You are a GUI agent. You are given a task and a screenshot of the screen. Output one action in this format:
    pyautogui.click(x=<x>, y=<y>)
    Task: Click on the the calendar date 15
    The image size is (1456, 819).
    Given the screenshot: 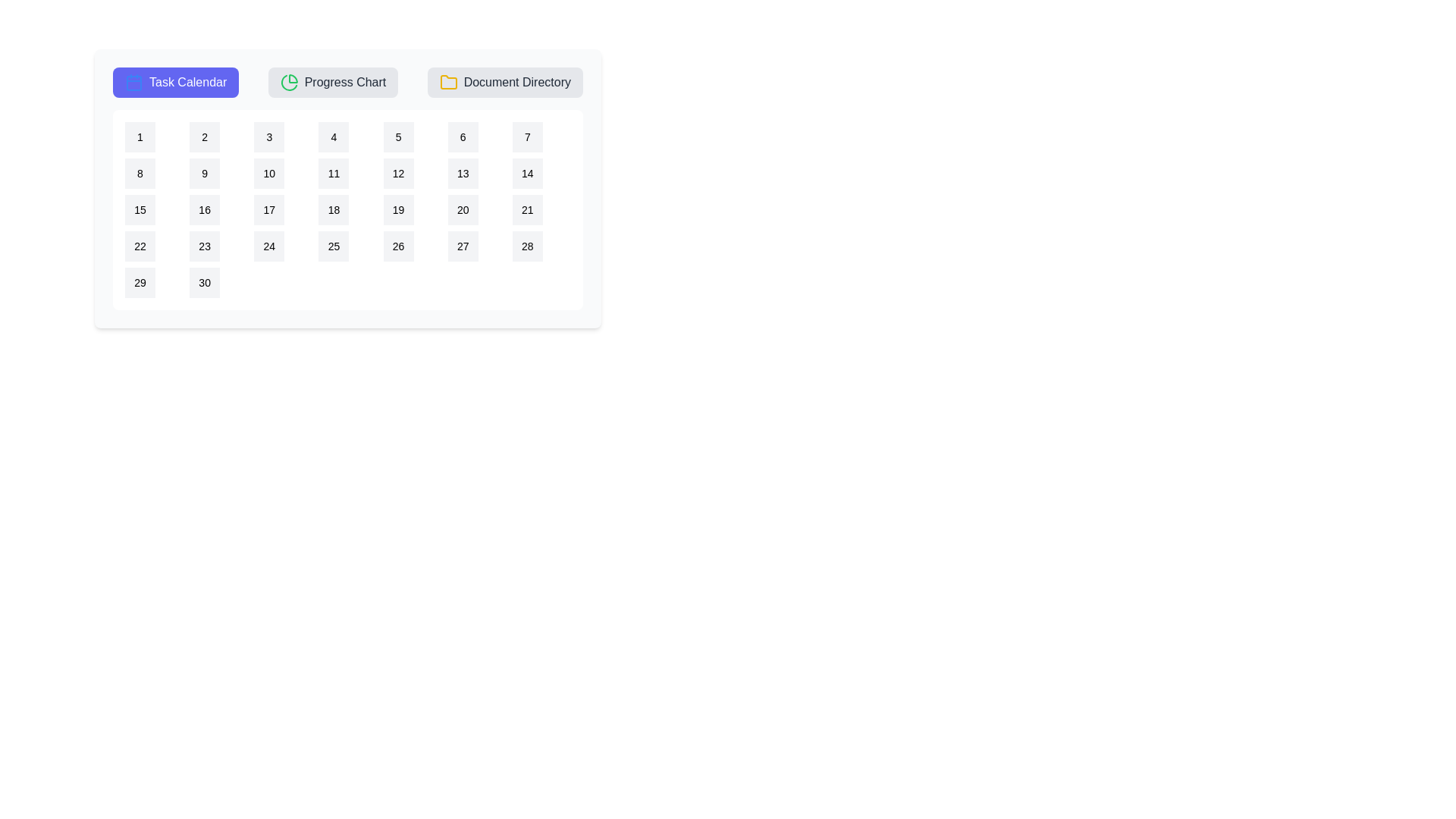 What is the action you would take?
    pyautogui.click(x=140, y=210)
    